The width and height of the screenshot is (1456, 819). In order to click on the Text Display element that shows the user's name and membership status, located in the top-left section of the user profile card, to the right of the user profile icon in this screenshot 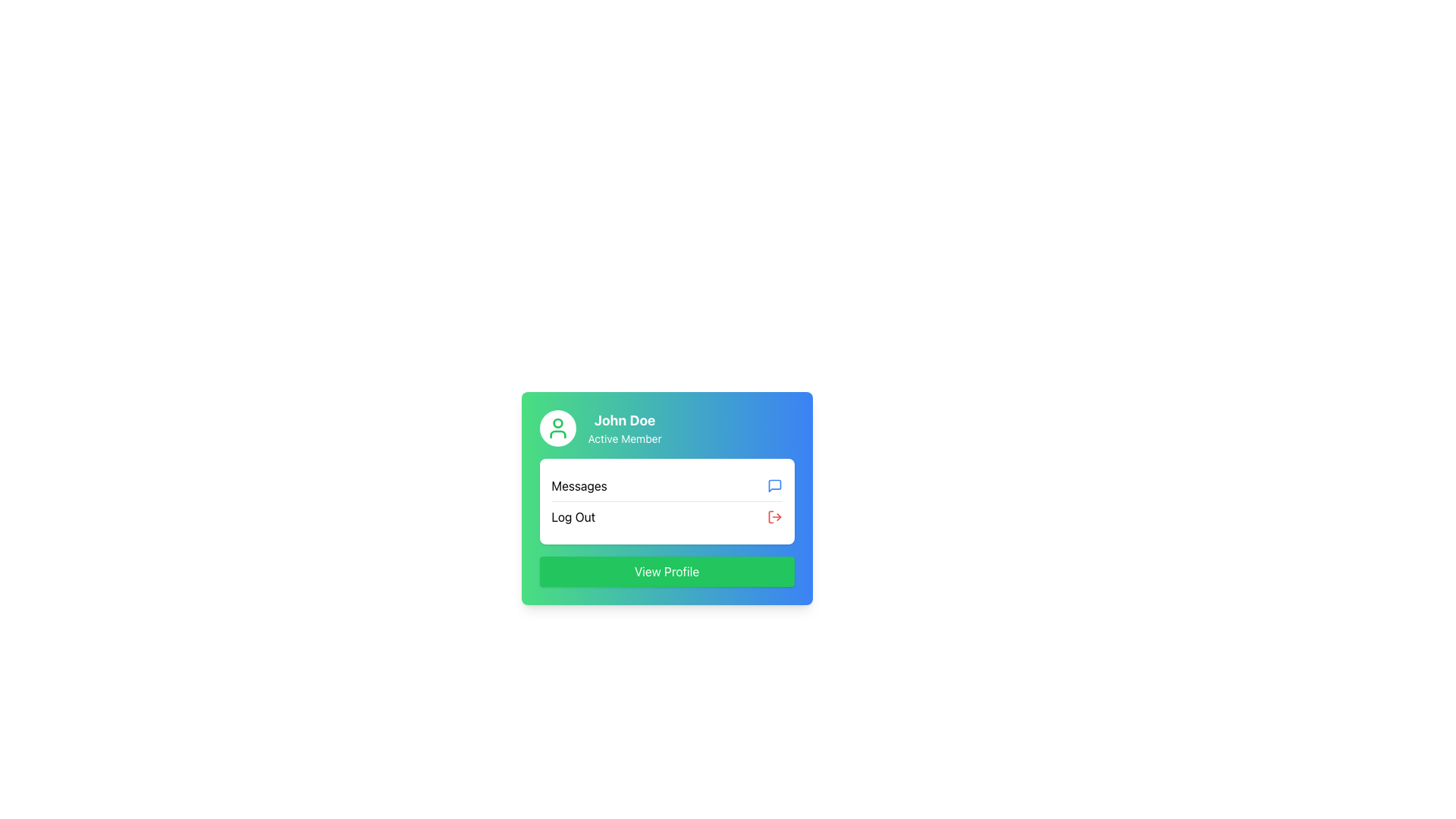, I will do `click(625, 428)`.